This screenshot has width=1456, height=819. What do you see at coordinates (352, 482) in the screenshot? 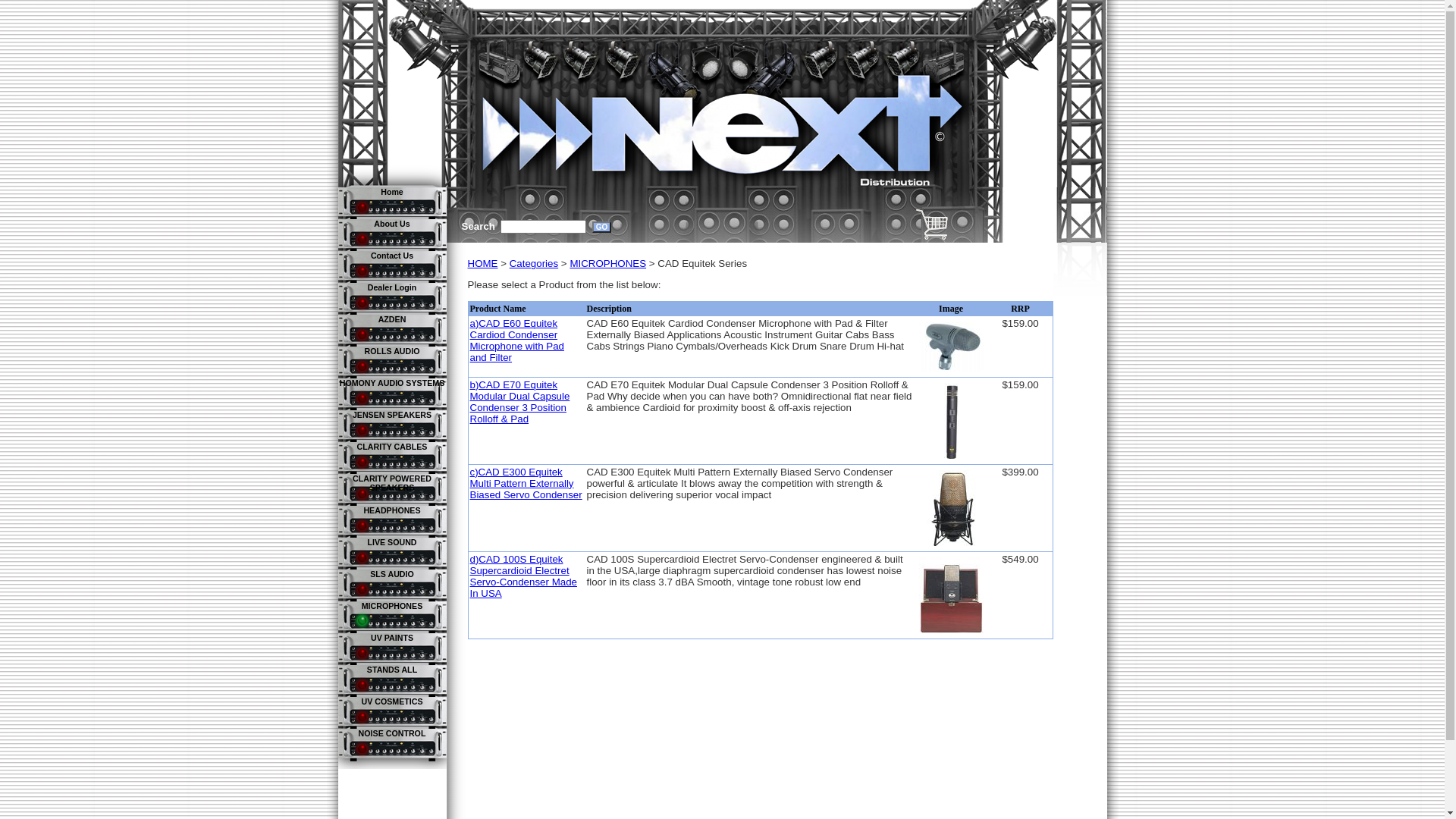
I see `'CLARITY POWERED SPEAKERS'` at bounding box center [352, 482].